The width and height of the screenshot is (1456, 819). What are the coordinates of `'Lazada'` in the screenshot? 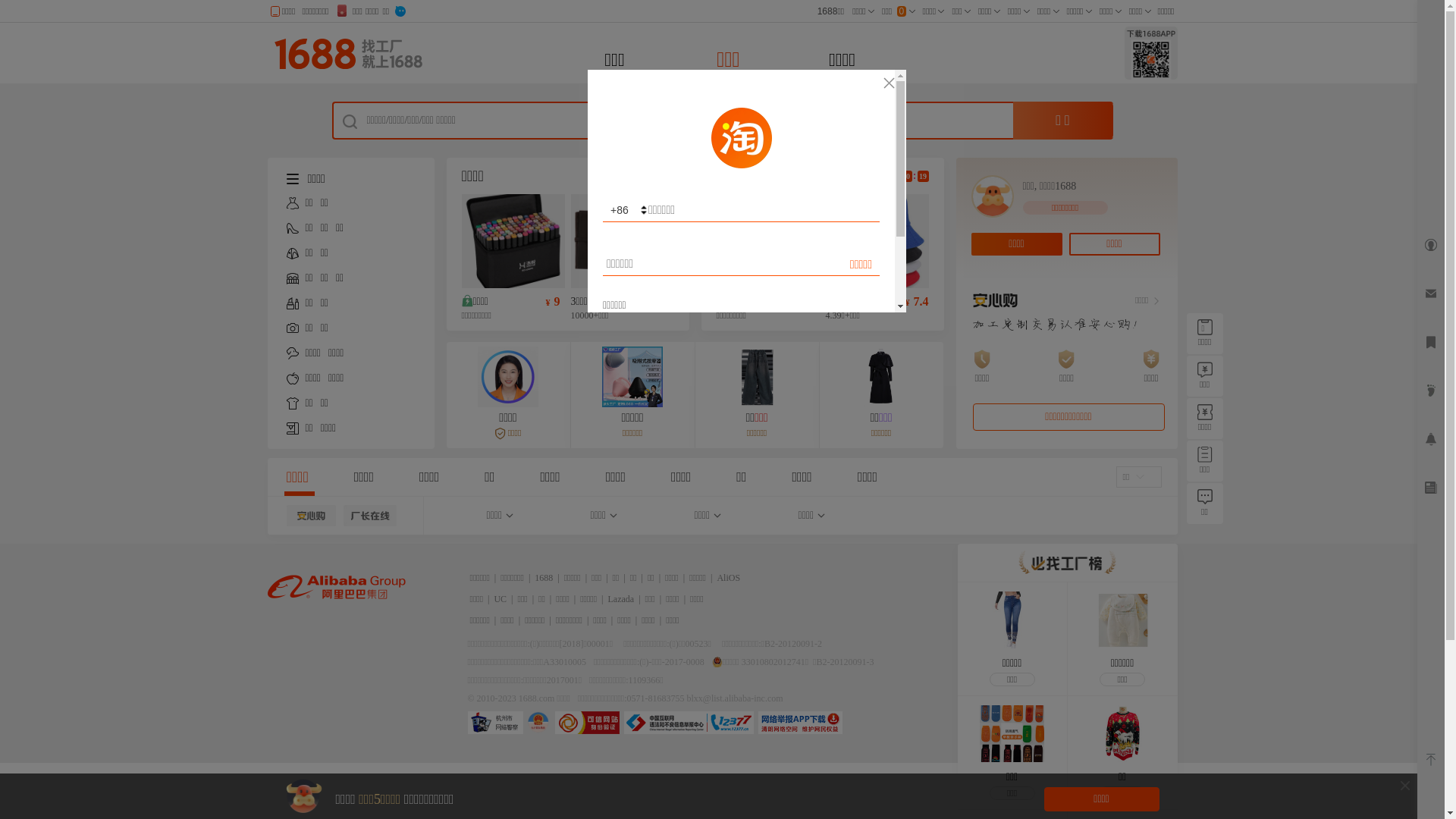 It's located at (621, 598).